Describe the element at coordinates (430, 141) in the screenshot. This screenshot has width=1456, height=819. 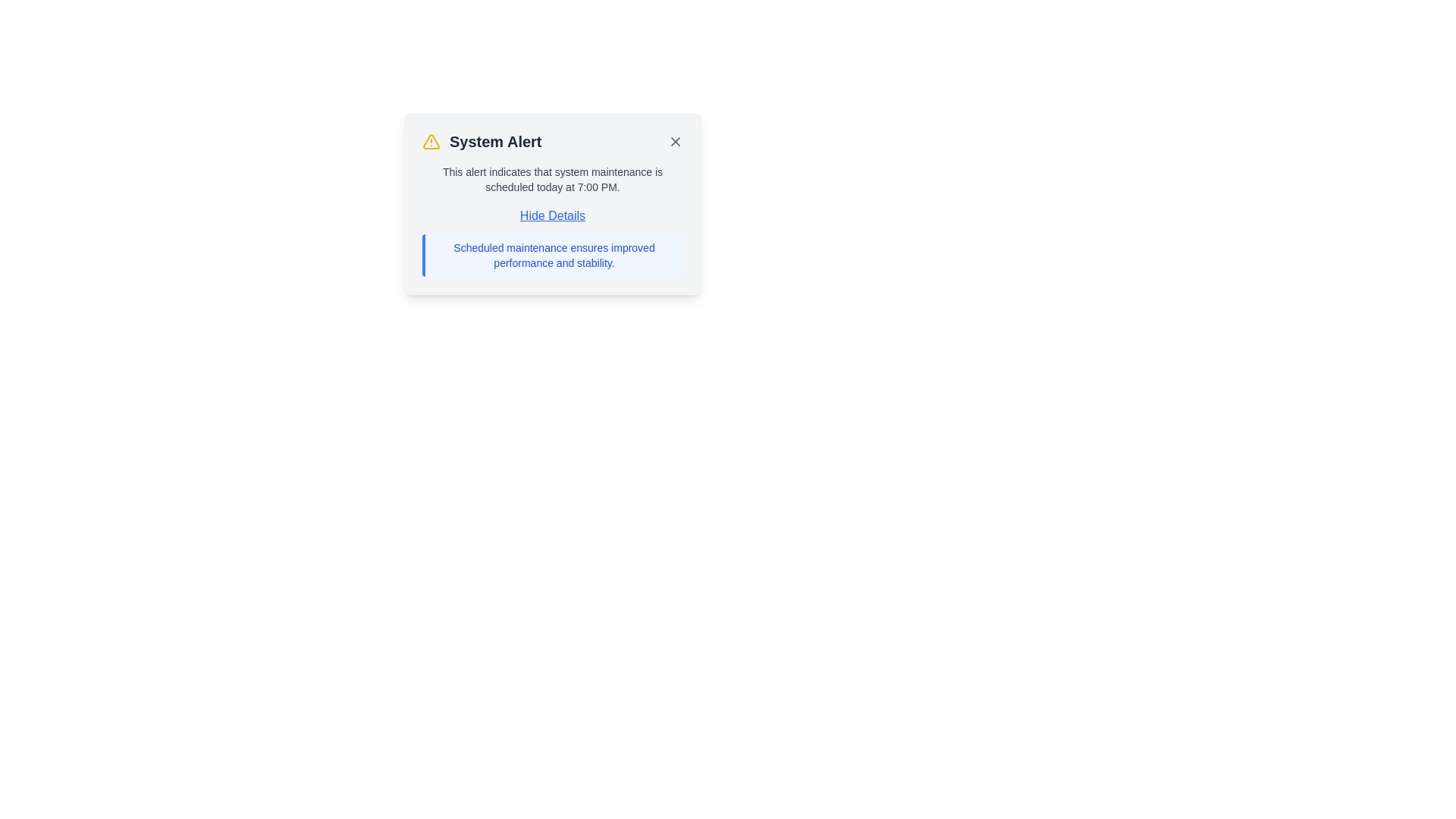
I see `the stylized triangular alert icon with a yellow outline located at the top left of the 'System Alert' notification box` at that location.